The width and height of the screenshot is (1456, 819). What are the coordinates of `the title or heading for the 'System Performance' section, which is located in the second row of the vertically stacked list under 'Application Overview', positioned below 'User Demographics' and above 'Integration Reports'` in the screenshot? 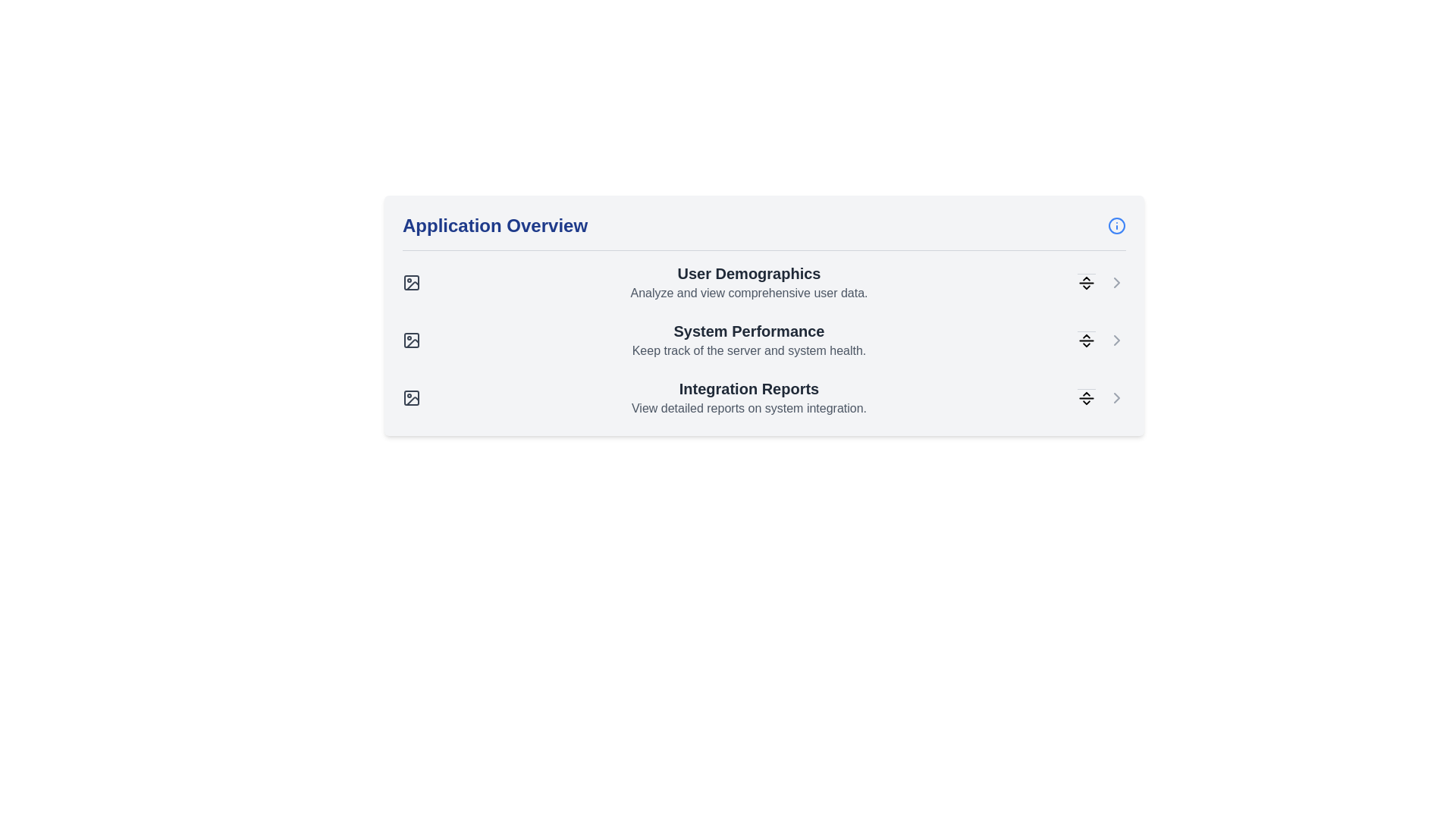 It's located at (749, 330).